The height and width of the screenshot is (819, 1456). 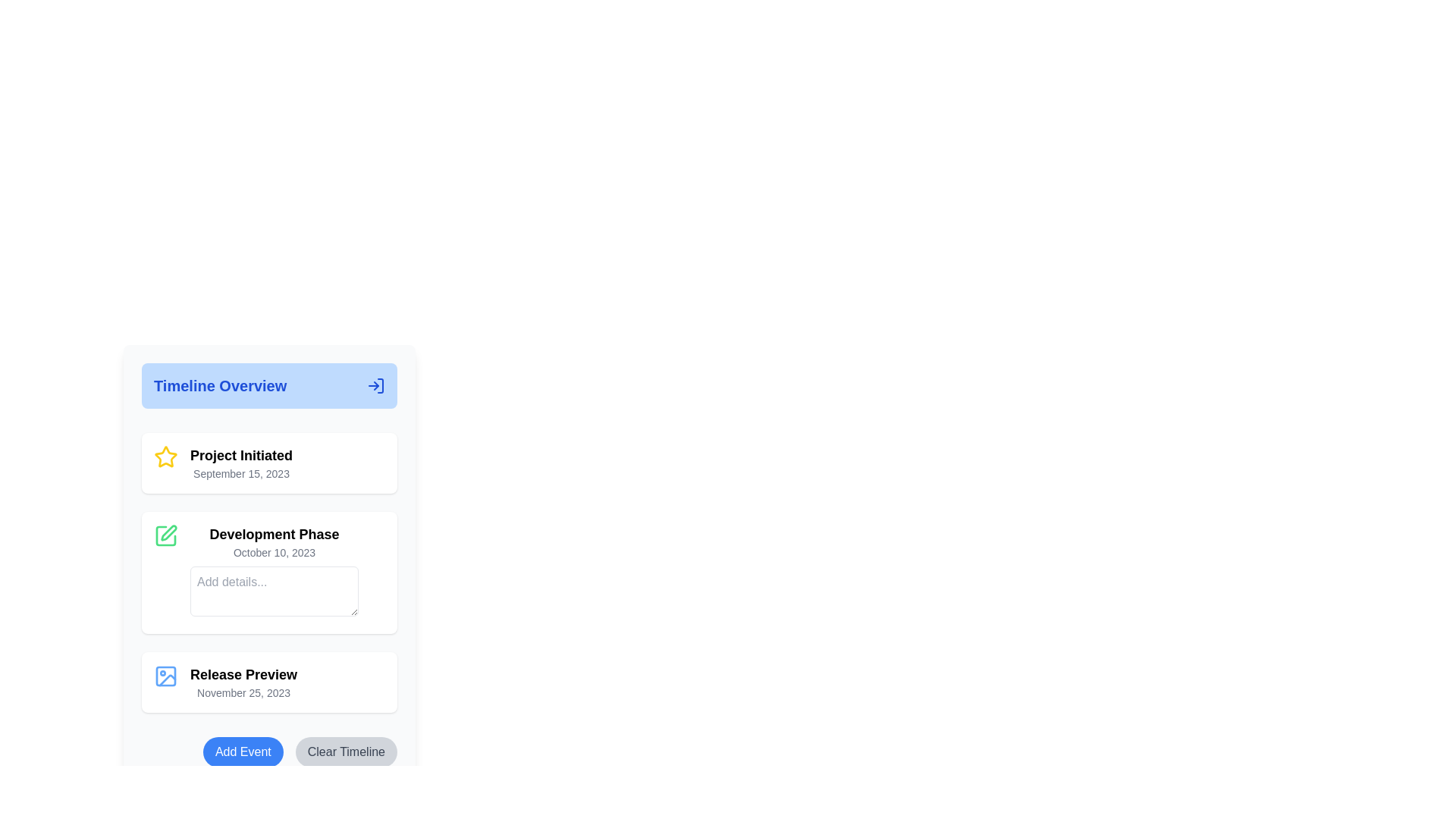 I want to click on the 'Clear Timeline' button, which has a light gray background with rounded edges and contains the text 'Clear Timeline' in dark gray, so click(x=345, y=752).